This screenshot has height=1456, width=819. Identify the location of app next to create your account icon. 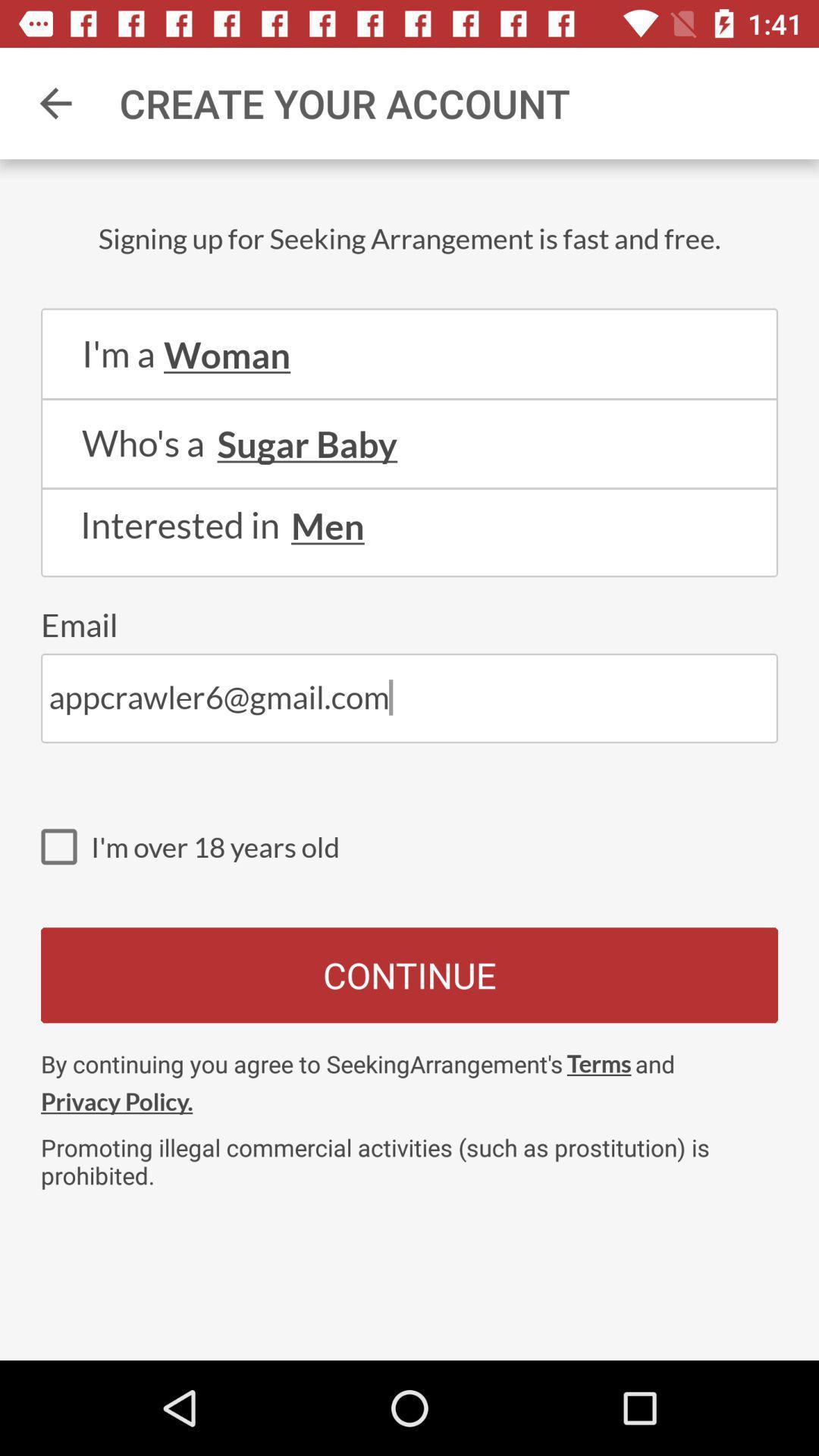
(55, 102).